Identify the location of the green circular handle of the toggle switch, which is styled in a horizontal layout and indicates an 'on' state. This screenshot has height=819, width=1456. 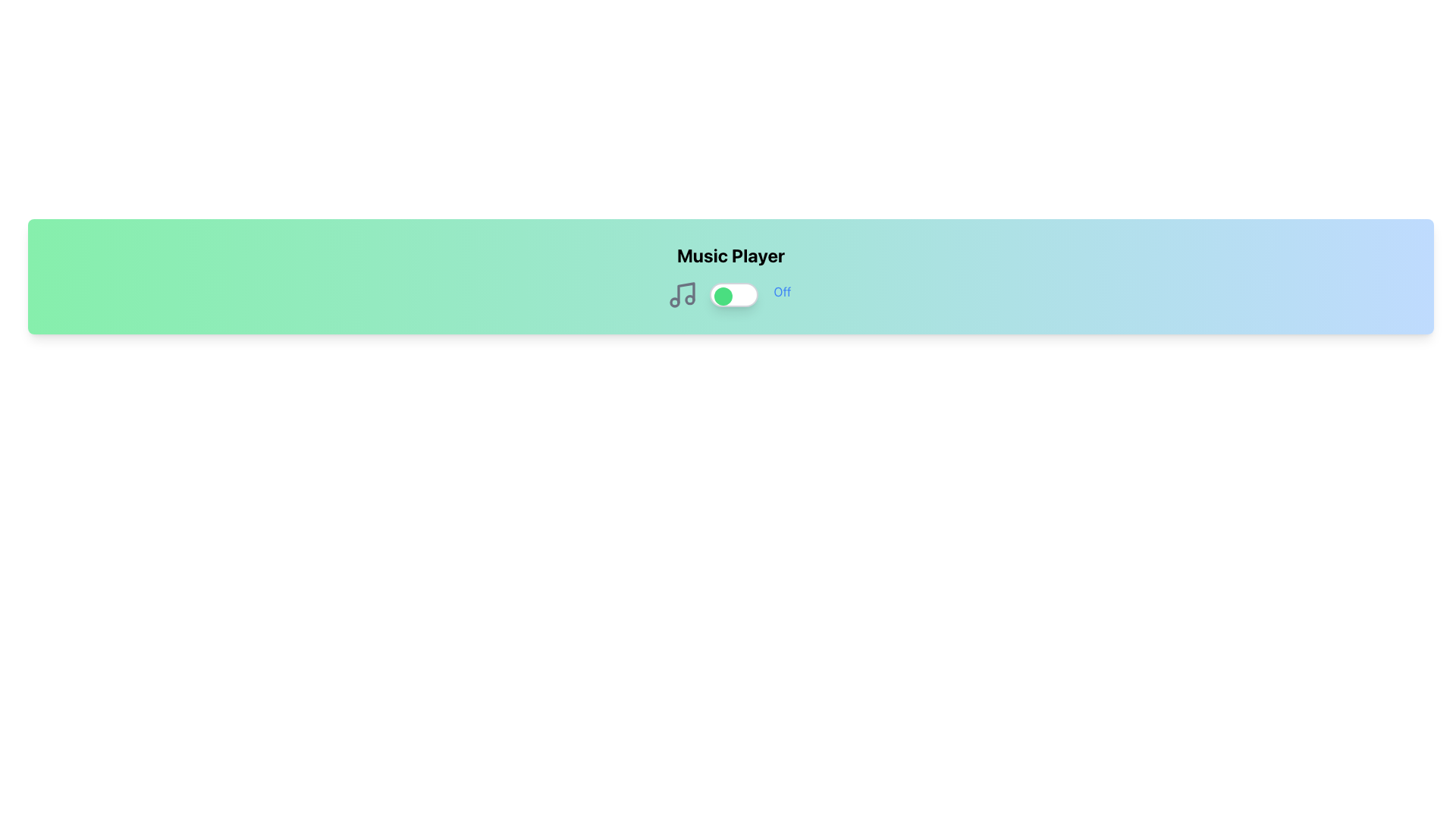
(731, 295).